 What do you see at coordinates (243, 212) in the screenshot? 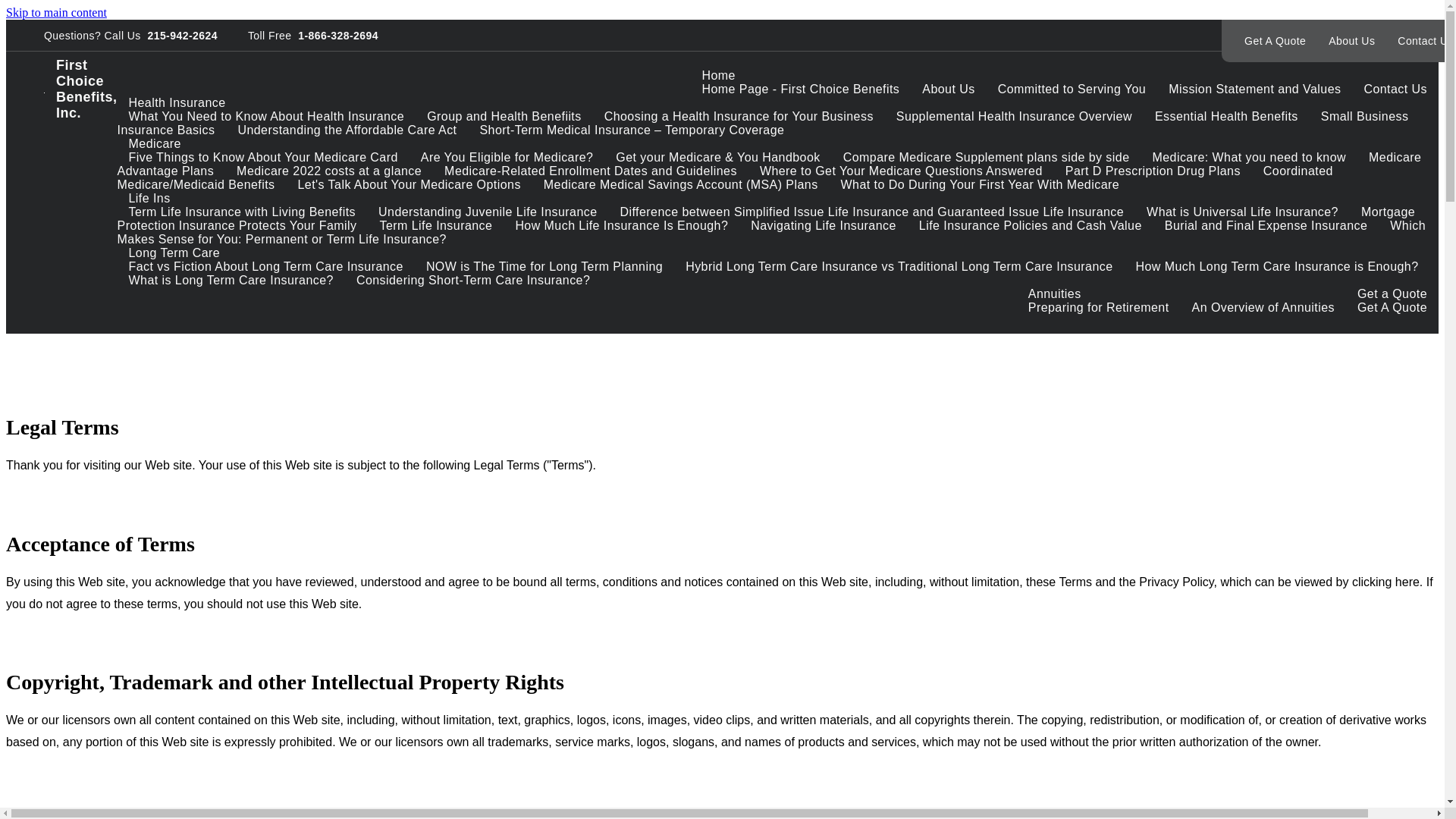
I see `'Term Life Insurance with Living Benefits'` at bounding box center [243, 212].